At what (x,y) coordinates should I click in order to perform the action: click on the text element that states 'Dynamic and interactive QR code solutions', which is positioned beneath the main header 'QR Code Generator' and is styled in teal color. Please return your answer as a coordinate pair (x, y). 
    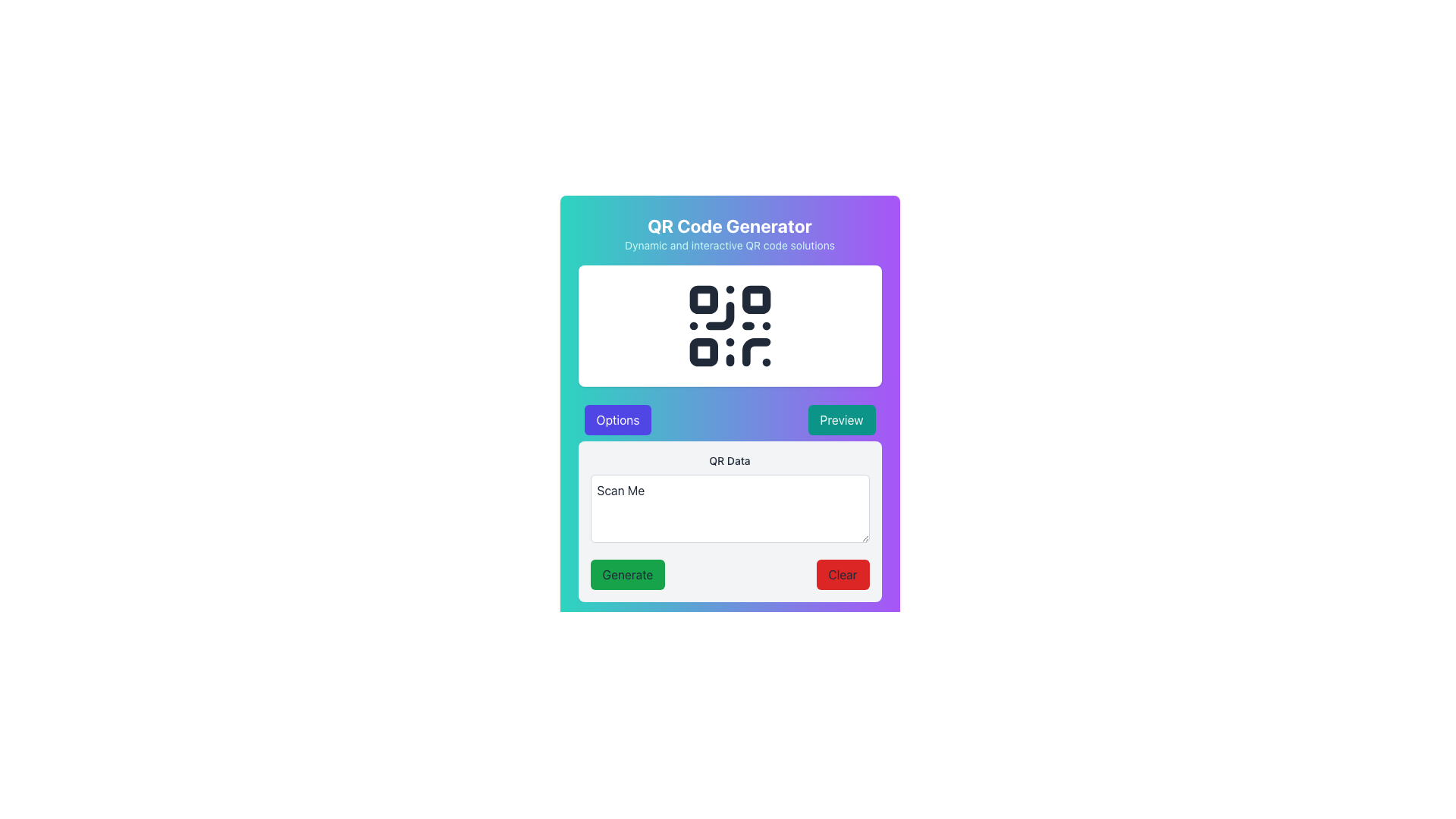
    Looking at the image, I should click on (730, 245).